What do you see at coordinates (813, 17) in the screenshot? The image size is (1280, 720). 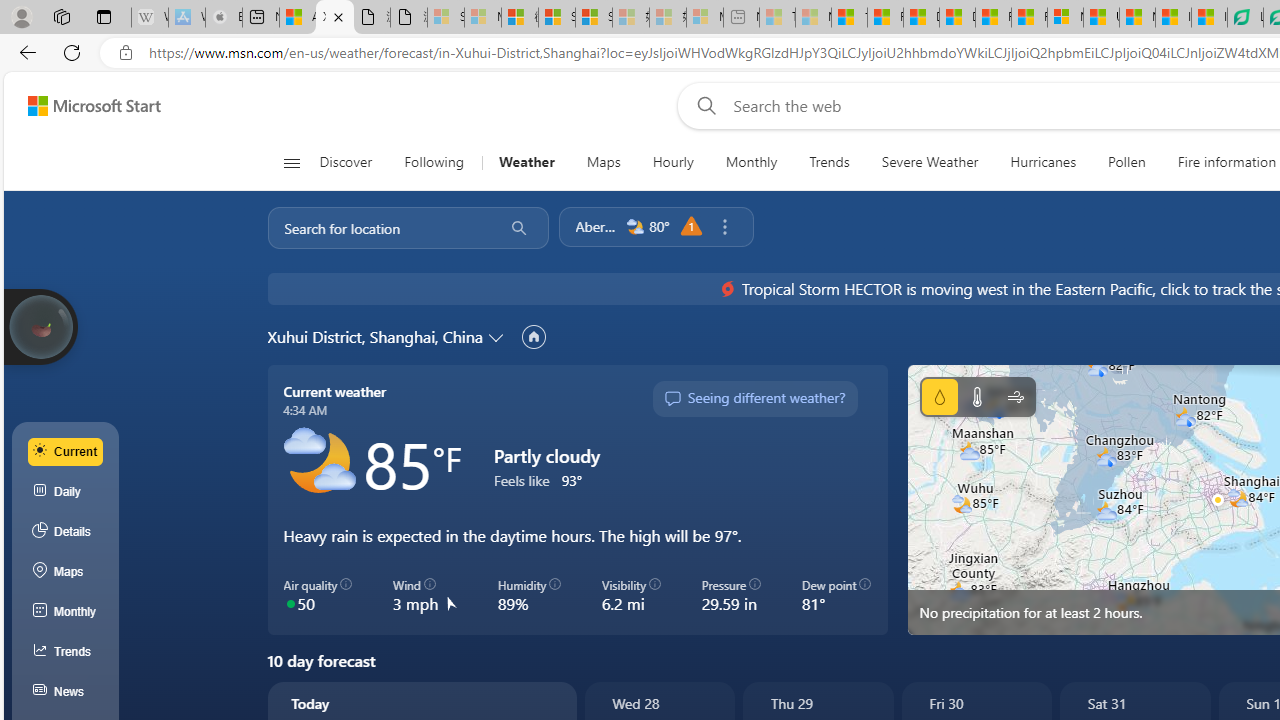 I see `'Marine life - MSN - Sleeping'` at bounding box center [813, 17].